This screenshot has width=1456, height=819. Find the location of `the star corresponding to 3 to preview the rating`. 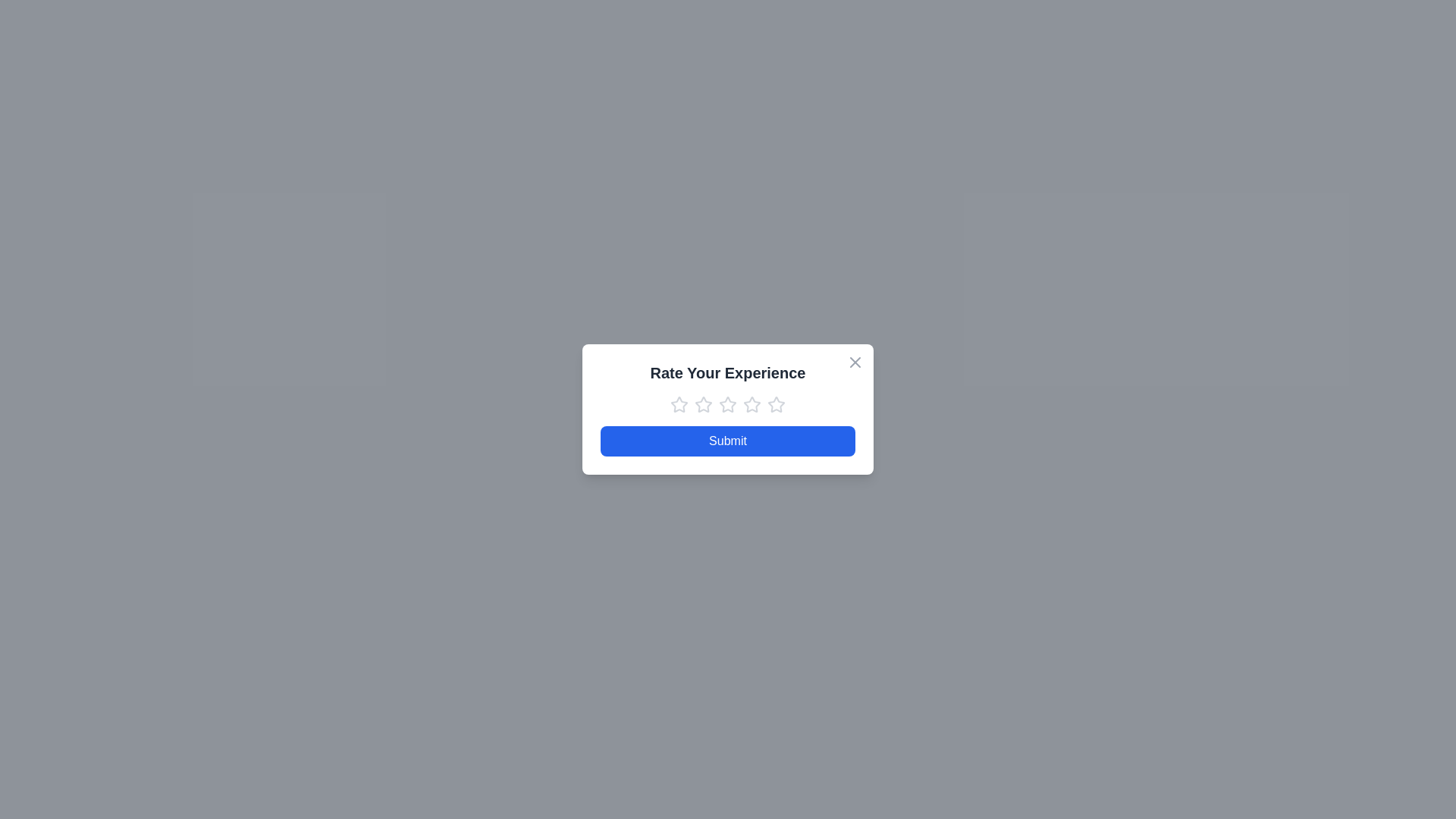

the star corresponding to 3 to preview the rating is located at coordinates (728, 403).